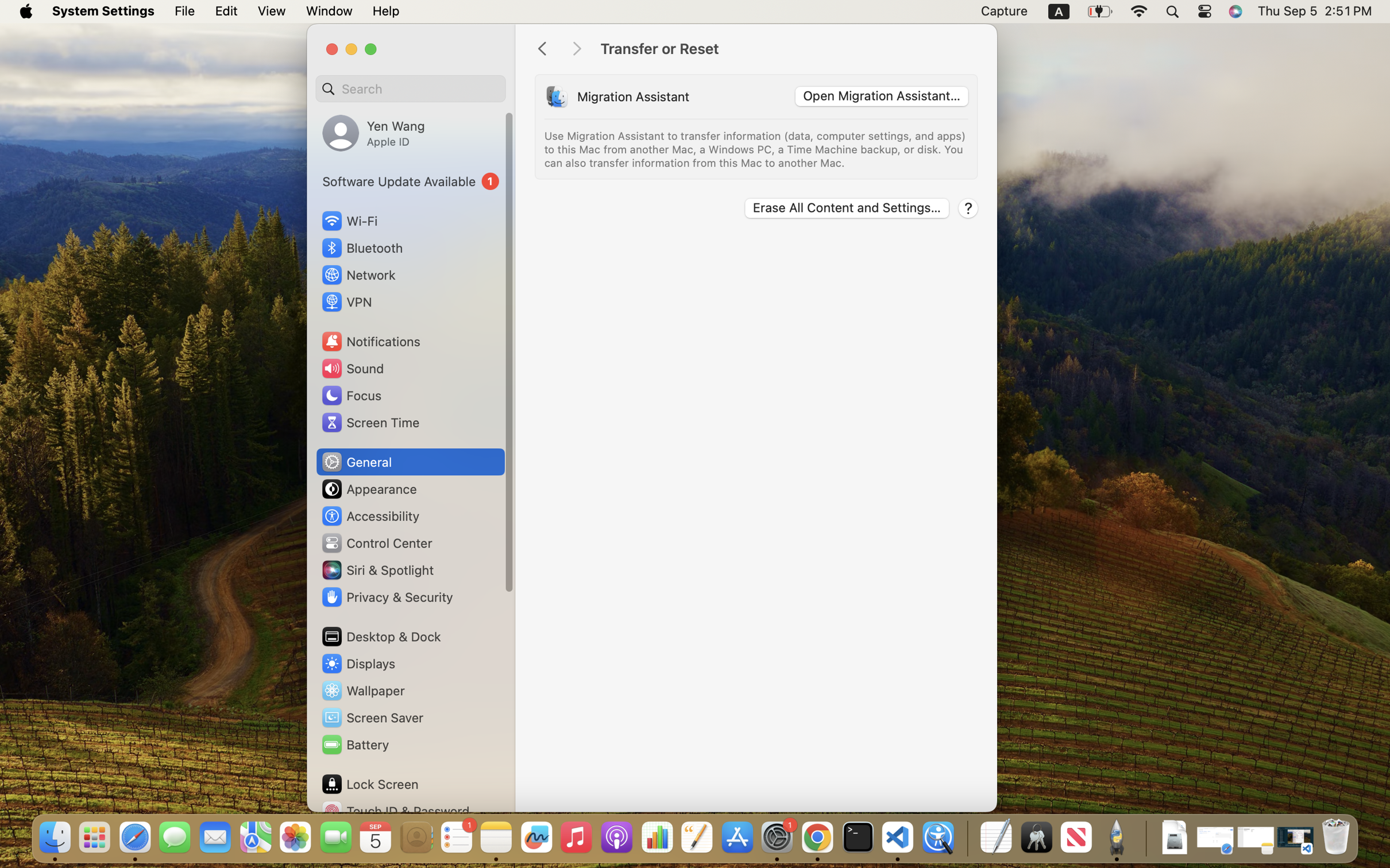  What do you see at coordinates (756, 149) in the screenshot?
I see `'Use Migration Assistant to transfer information (data, computer settings, and apps) to this Mac from another Mac, a Windows PC, a Time Machine backup, or disk. You can also transfer information from this Mac to another Mac.'` at bounding box center [756, 149].